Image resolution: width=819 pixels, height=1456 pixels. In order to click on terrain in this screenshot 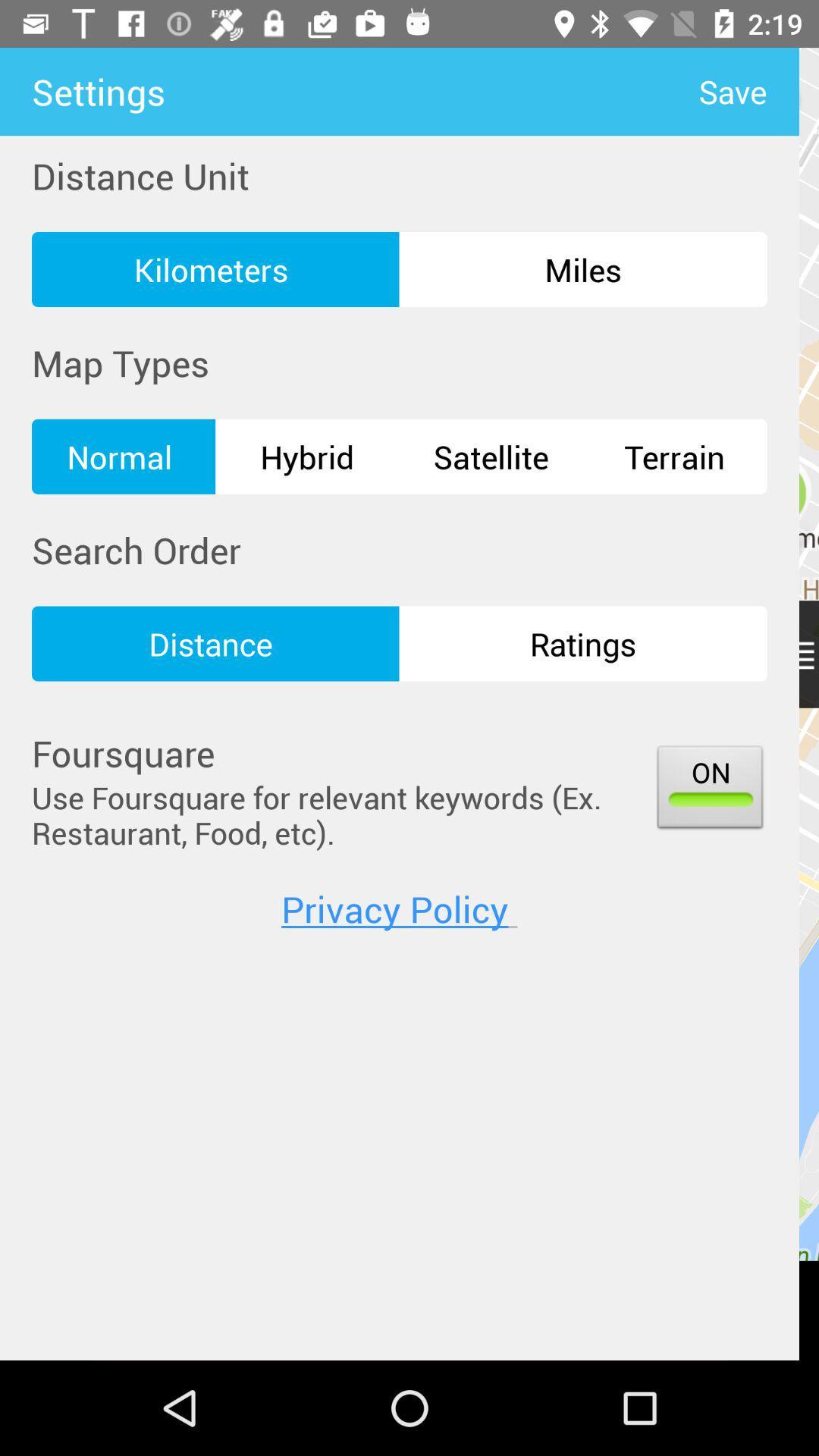, I will do `click(674, 456)`.